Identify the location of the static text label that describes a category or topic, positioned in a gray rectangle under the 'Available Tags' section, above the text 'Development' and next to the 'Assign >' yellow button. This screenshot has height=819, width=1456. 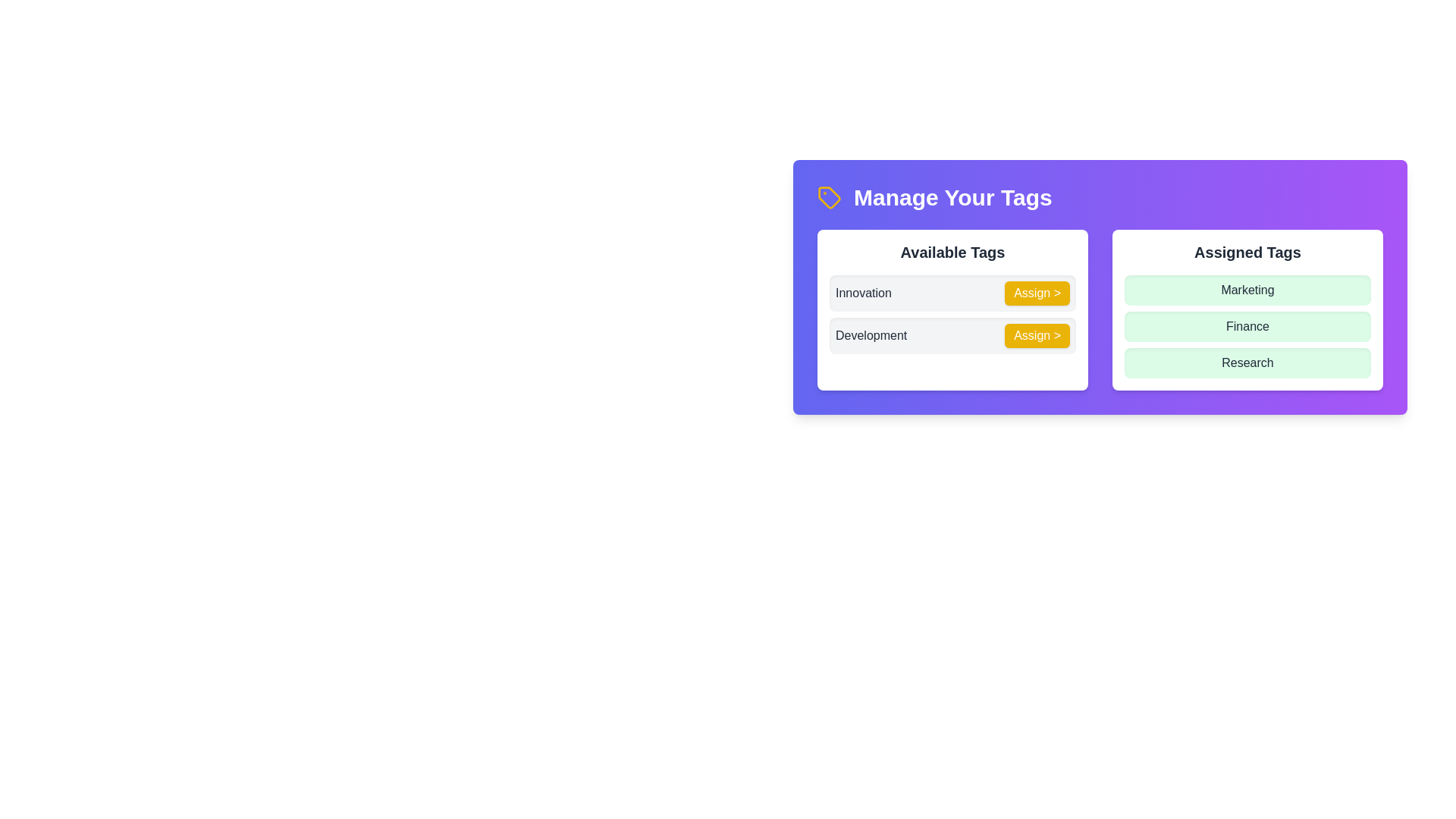
(863, 293).